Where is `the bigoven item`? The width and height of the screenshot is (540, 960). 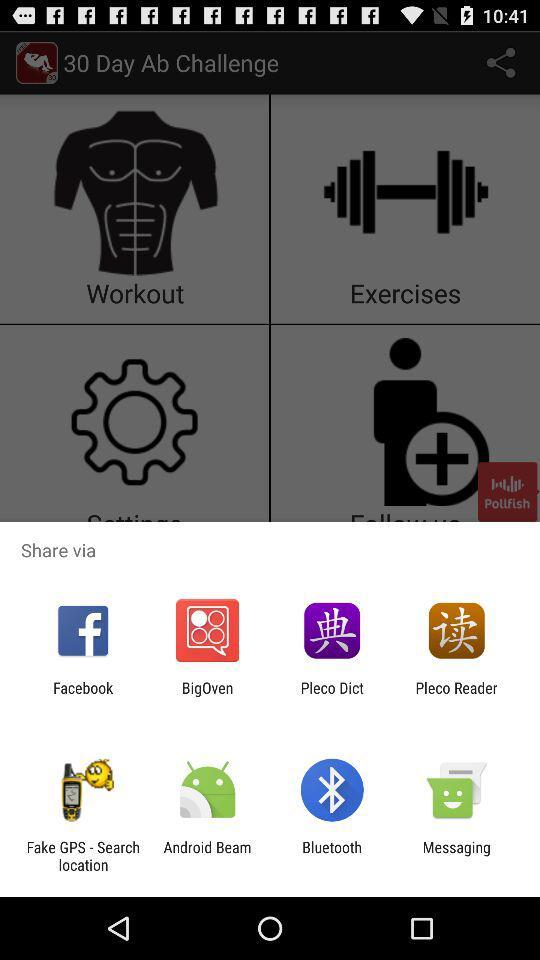 the bigoven item is located at coordinates (206, 696).